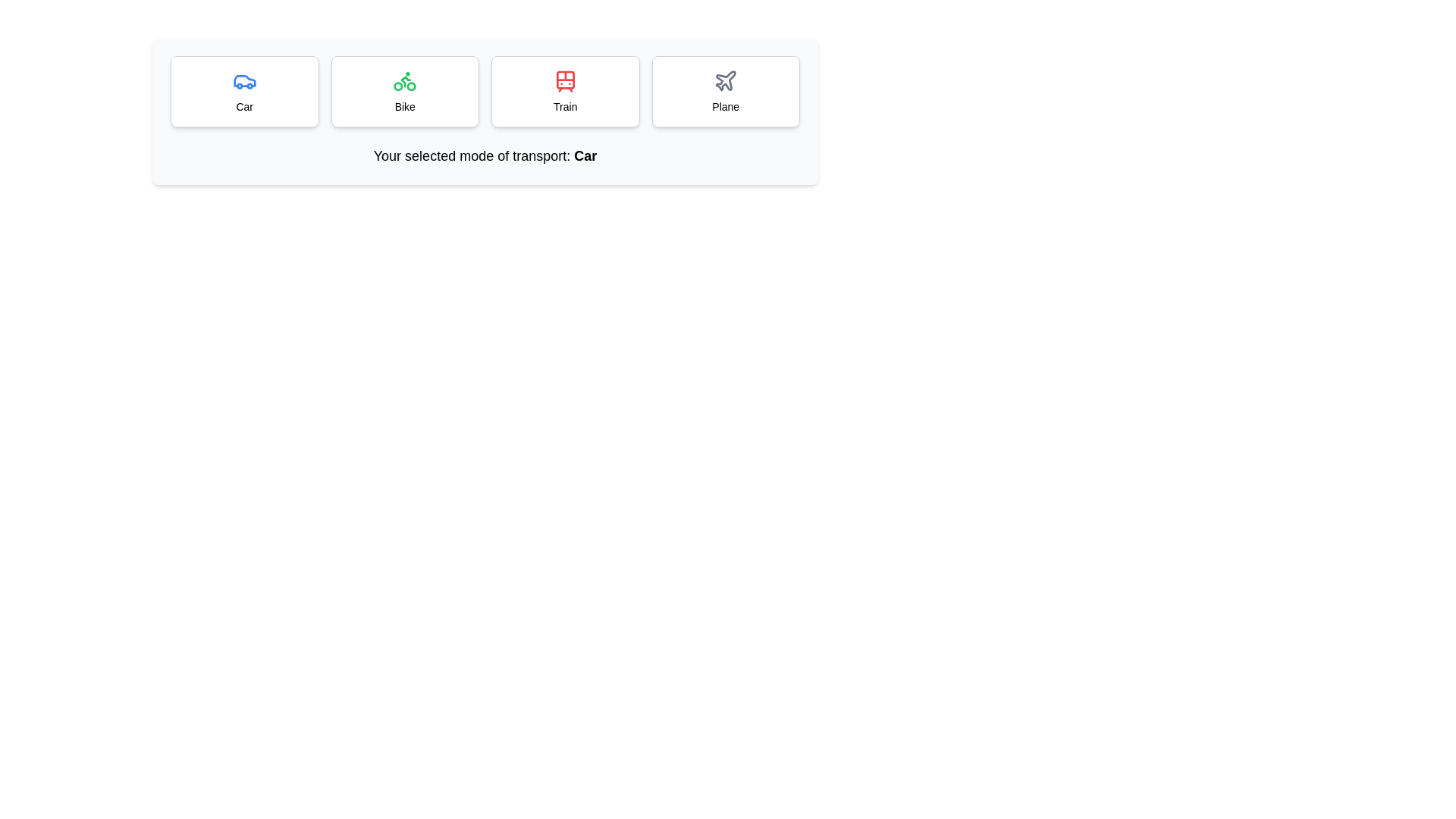 This screenshot has height=819, width=1456. Describe the element at coordinates (244, 91) in the screenshot. I see `the first card in the grid layout, which features a blue car icon and the text 'Car', to trigger the scale effect` at that location.